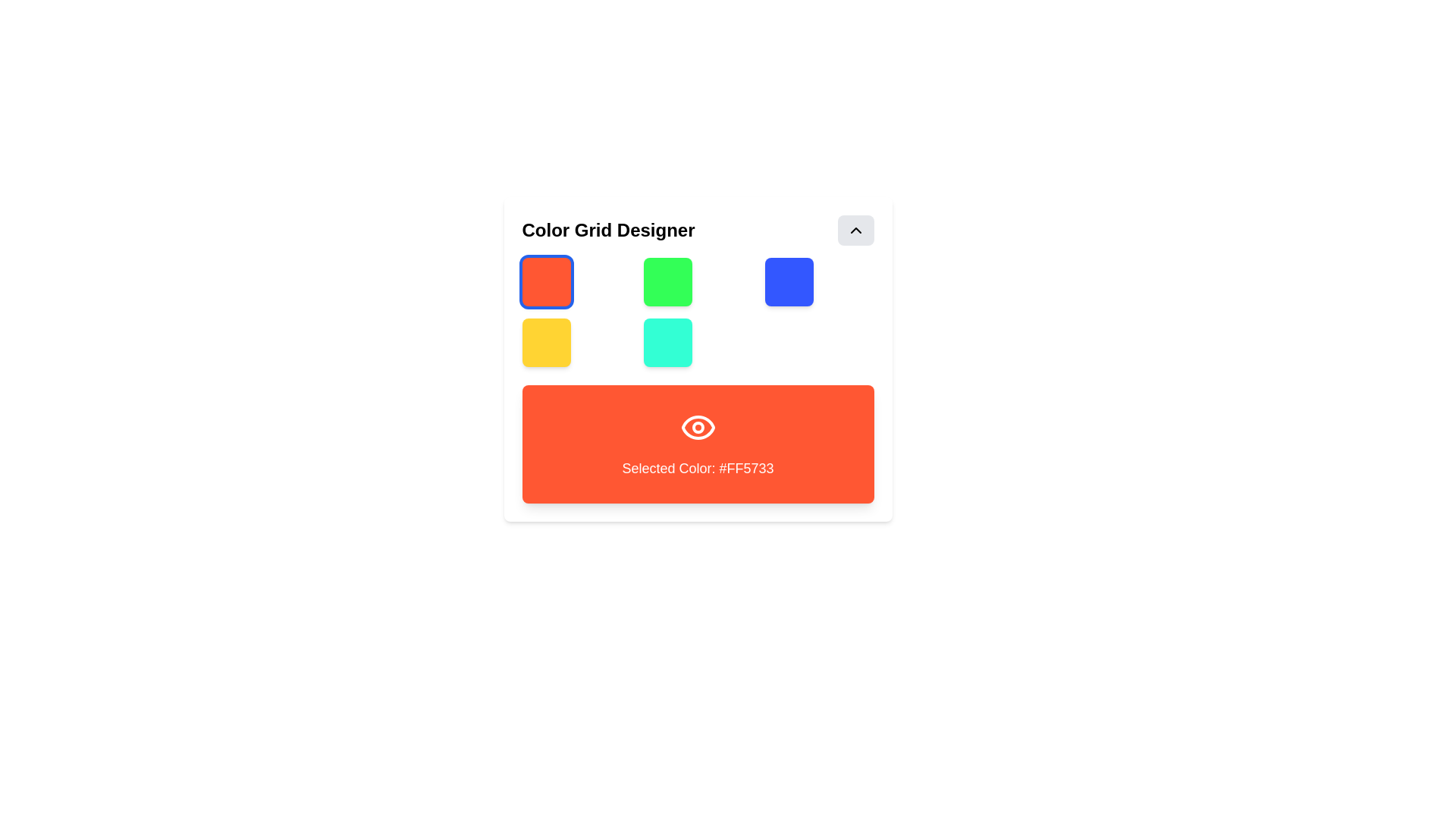  What do you see at coordinates (697, 427) in the screenshot?
I see `the eye SVG icon, which is centered within the red button labeled 'Selected Color: #FF5733'` at bounding box center [697, 427].